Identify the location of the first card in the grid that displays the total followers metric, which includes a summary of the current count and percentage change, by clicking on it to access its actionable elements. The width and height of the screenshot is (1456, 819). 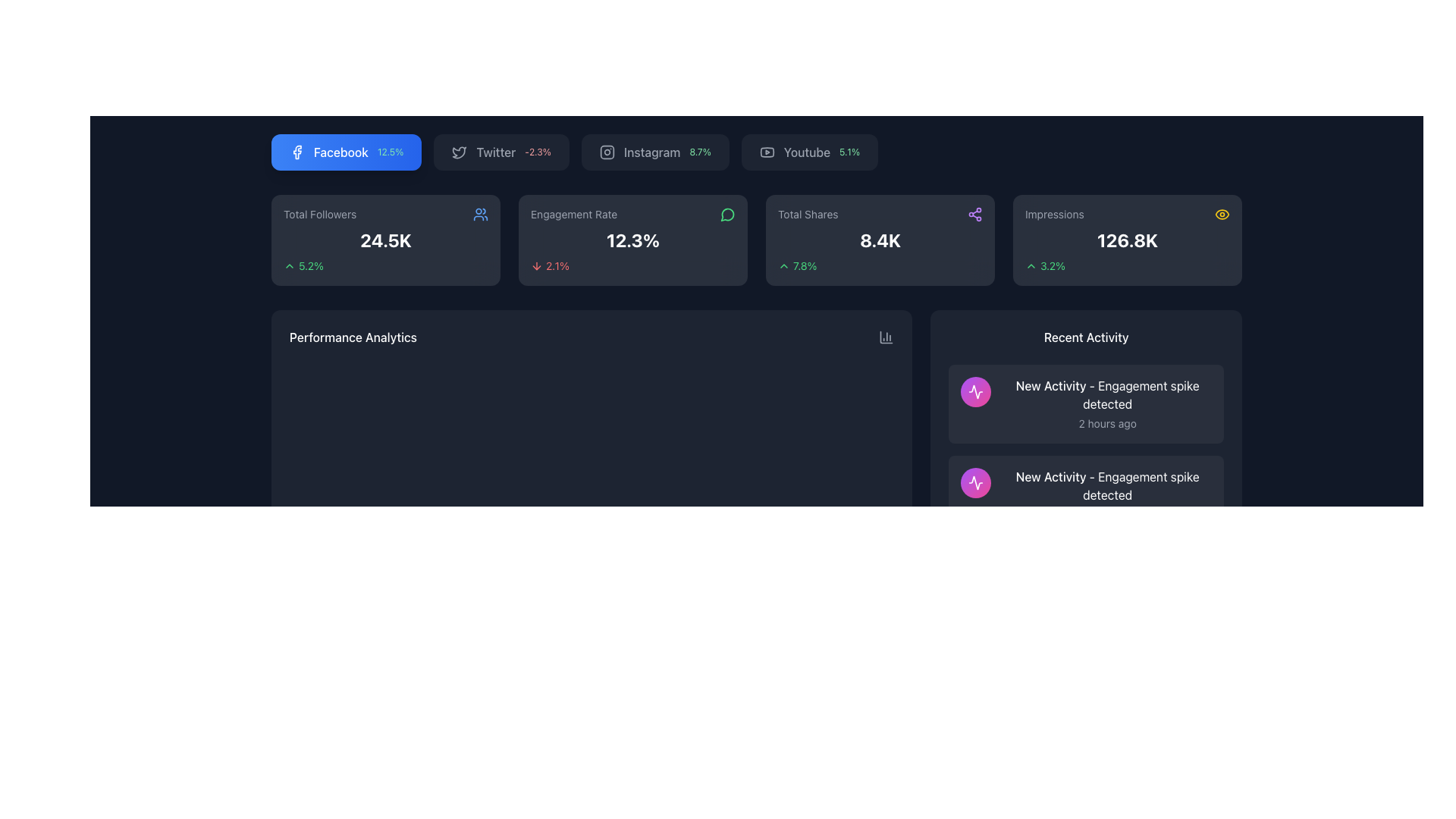
(385, 239).